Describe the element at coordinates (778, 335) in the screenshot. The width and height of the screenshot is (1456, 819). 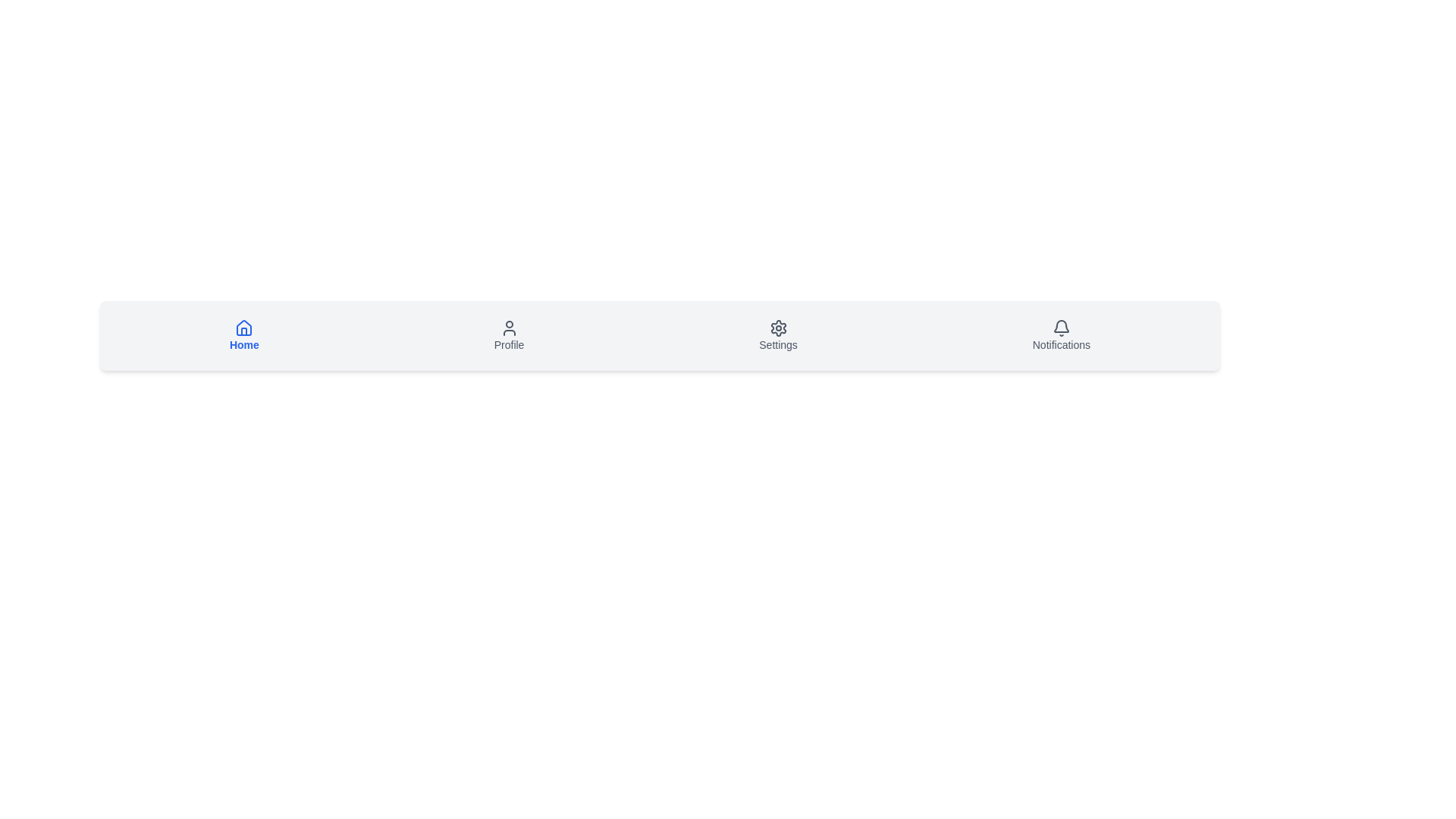
I see `the 'Settings' button with a gear icon located in the middle of the navigation bar to observe a visual effect` at that location.